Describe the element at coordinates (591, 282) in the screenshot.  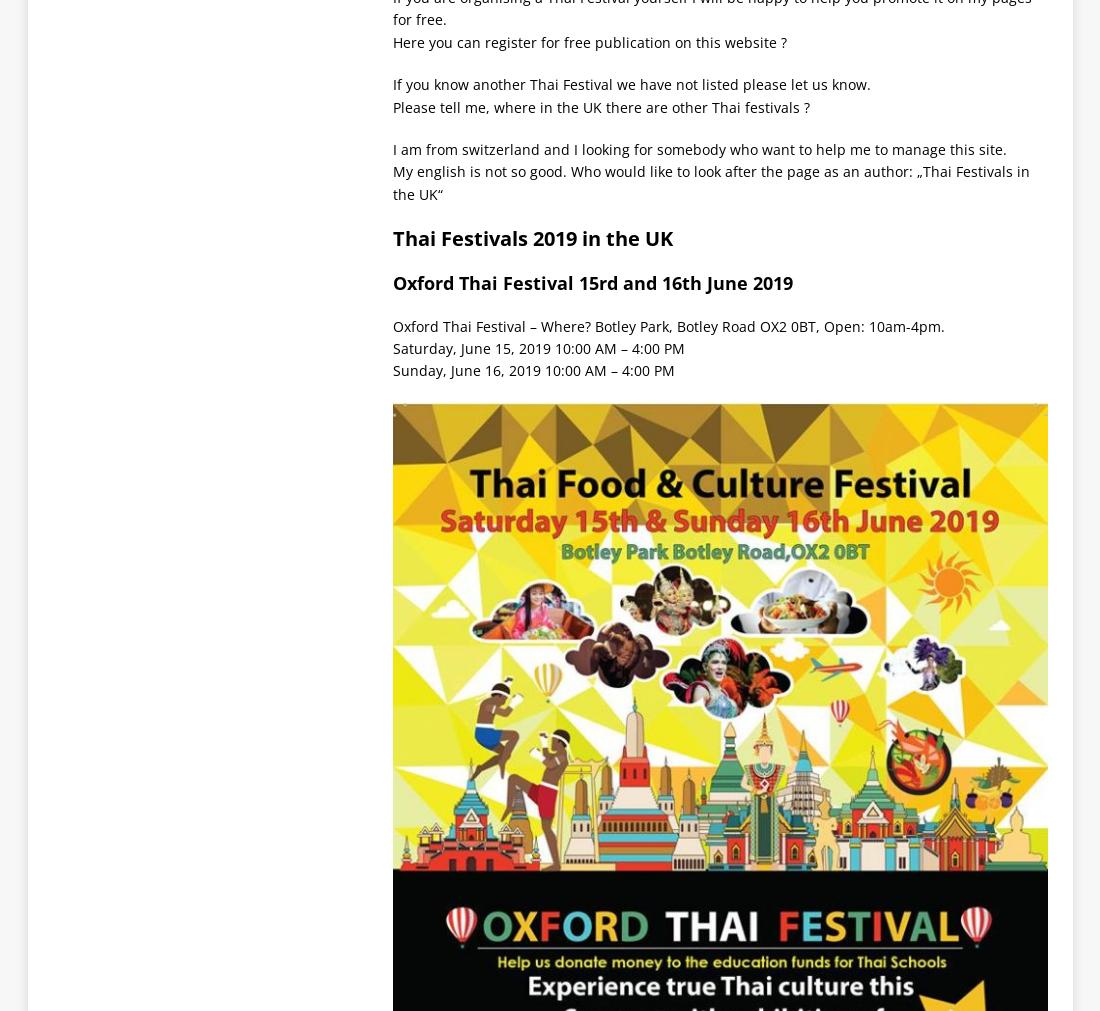
I see `'Oxford Thai Festival 15rd and 16th June 2019'` at that location.